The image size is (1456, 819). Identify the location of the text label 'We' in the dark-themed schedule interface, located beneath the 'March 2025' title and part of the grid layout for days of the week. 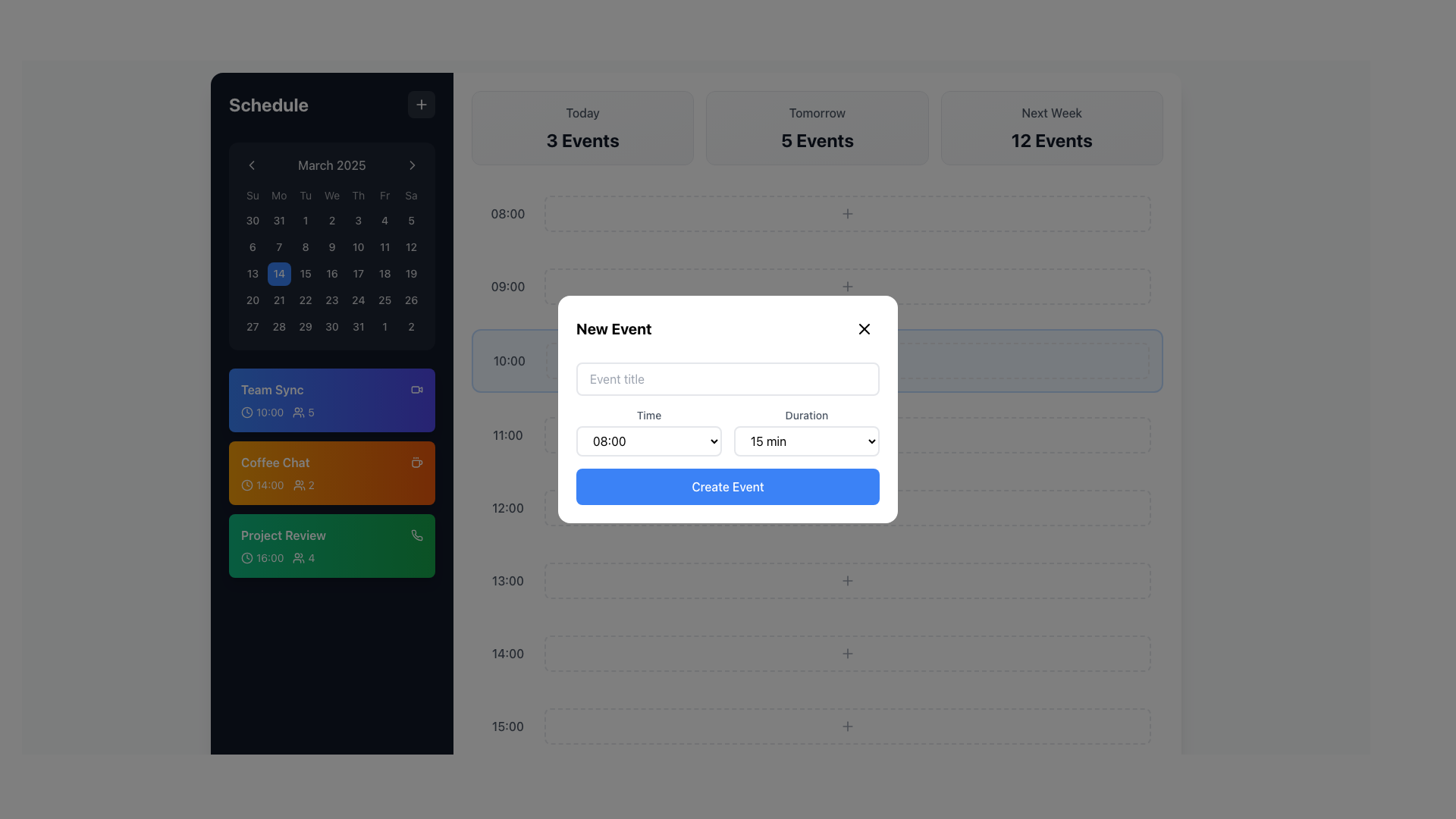
(331, 195).